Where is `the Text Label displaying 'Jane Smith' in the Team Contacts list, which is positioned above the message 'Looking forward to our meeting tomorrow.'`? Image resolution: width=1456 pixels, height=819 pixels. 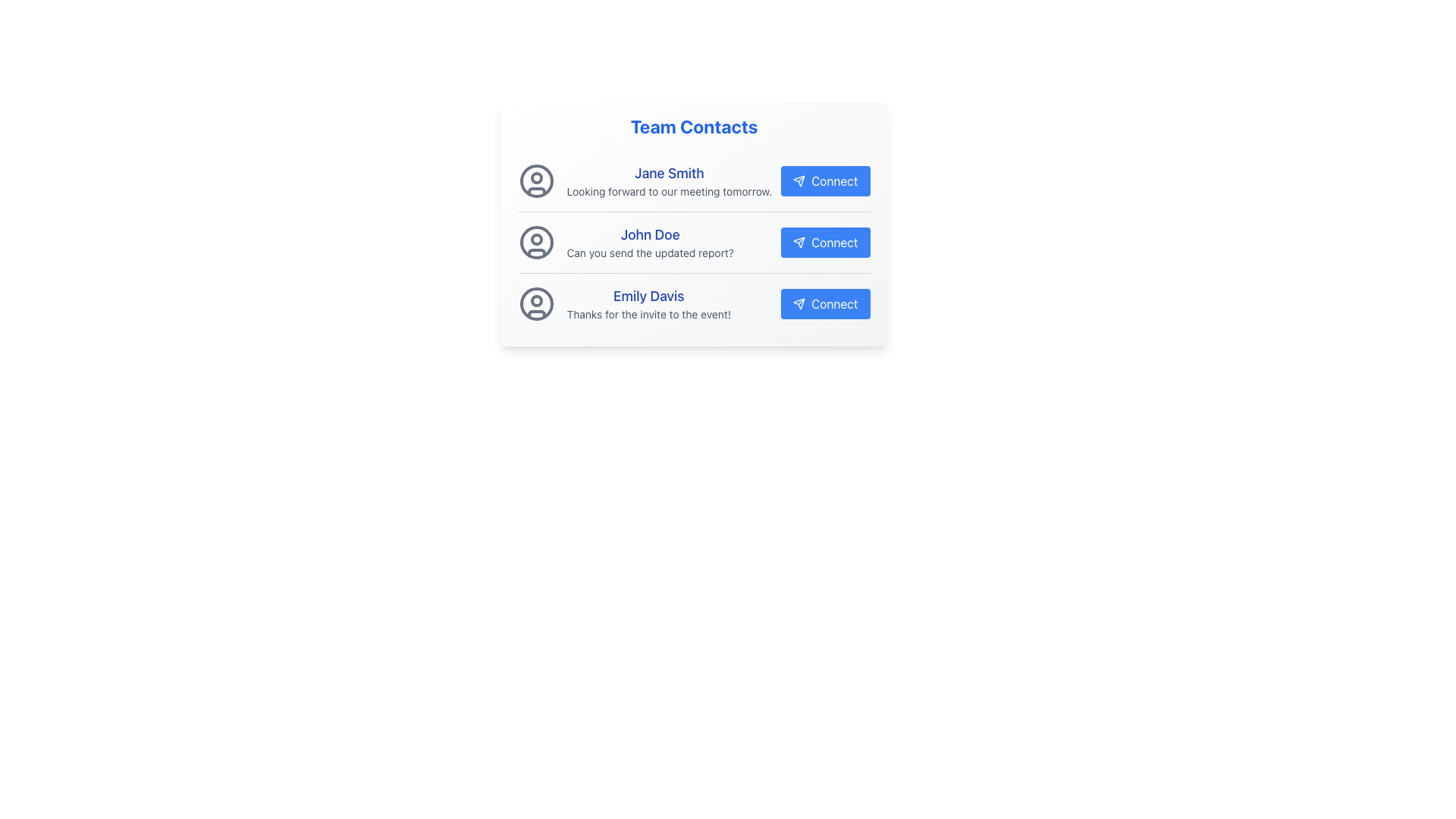
the Text Label displaying 'Jane Smith' in the Team Contacts list, which is positioned above the message 'Looking forward to our meeting tomorrow.' is located at coordinates (668, 172).